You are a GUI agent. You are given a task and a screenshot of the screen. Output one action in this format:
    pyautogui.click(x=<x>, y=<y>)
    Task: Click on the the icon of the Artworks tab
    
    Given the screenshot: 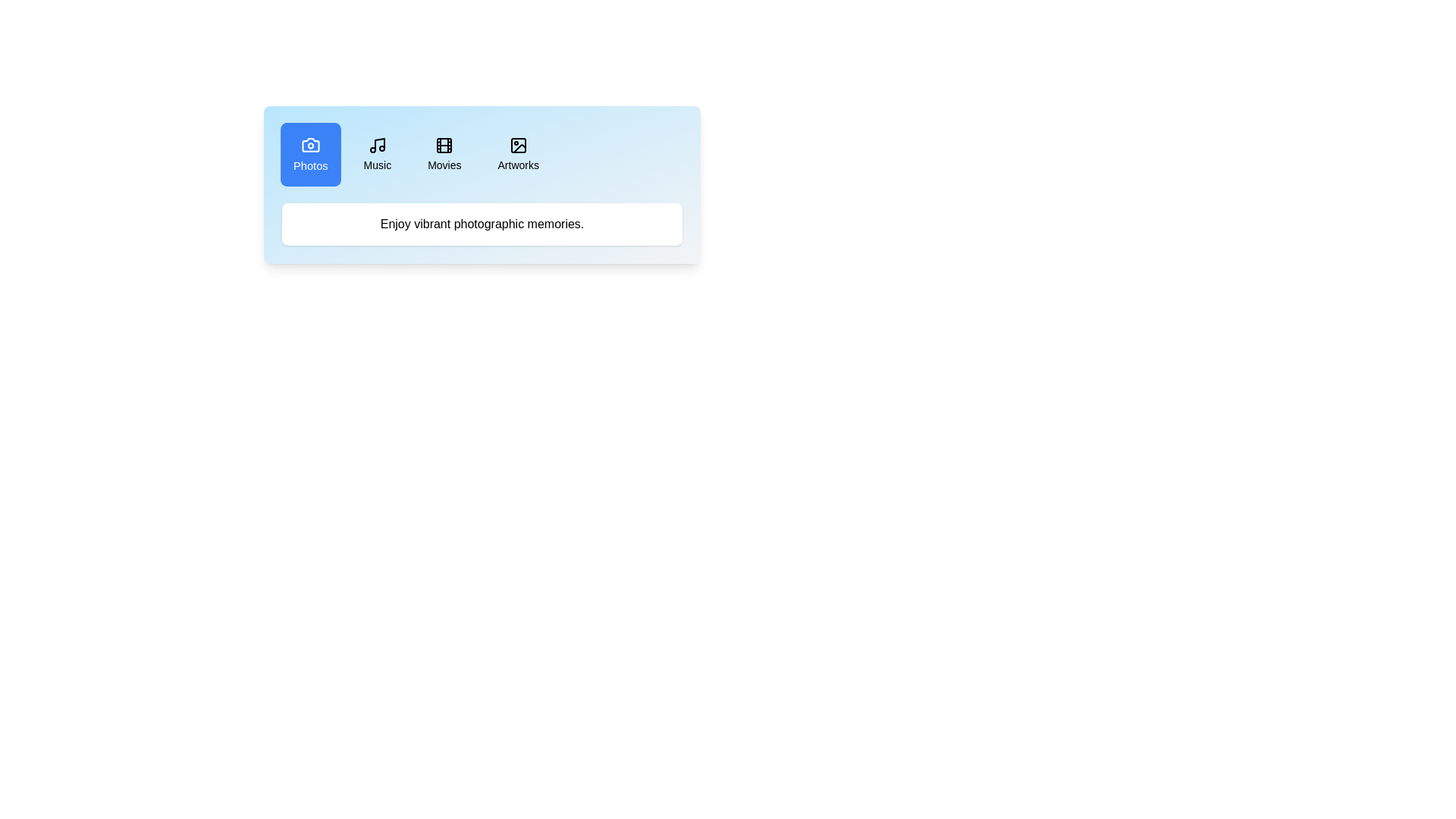 What is the action you would take?
    pyautogui.click(x=518, y=146)
    